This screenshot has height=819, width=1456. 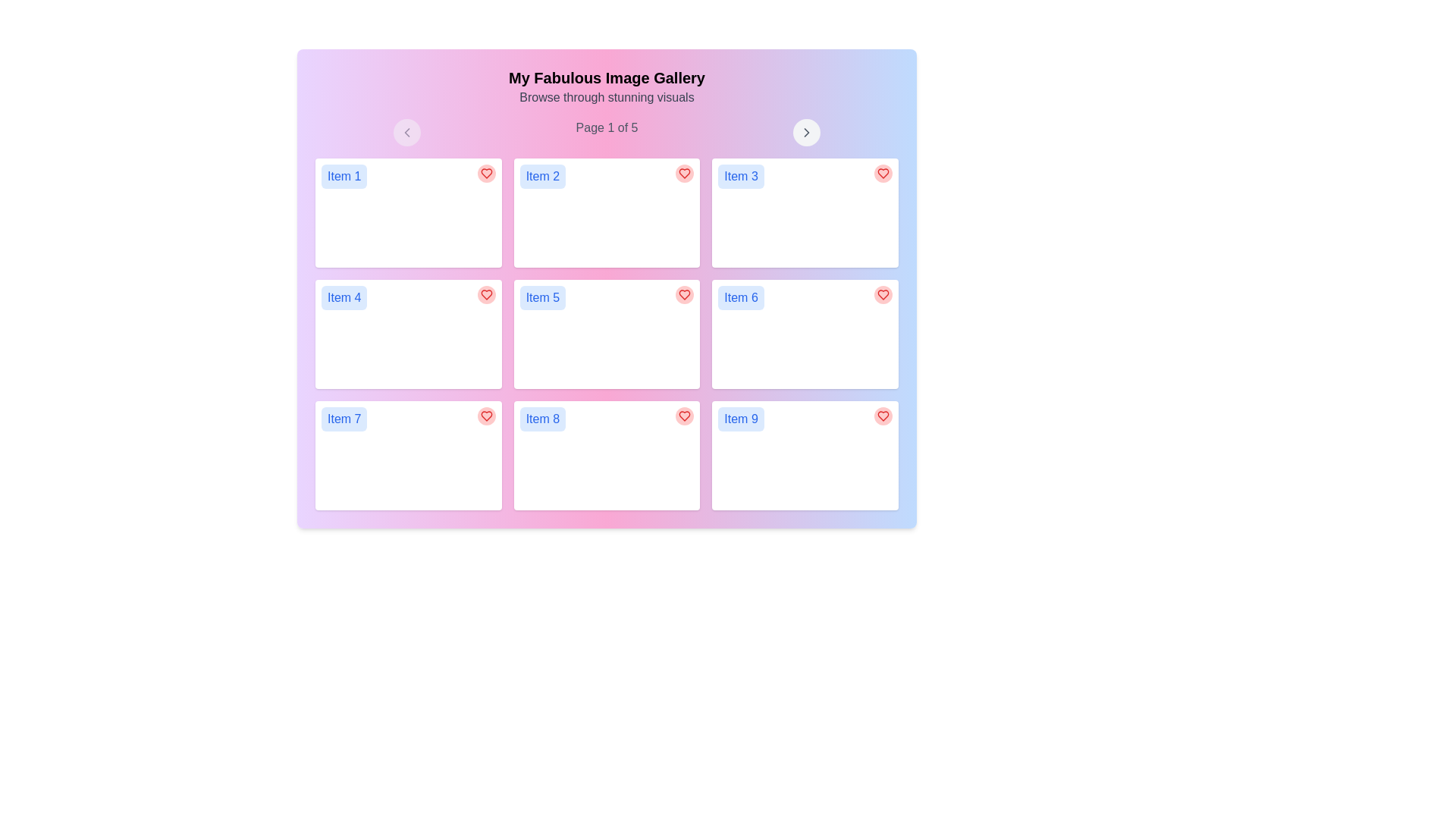 I want to click on the 'like' button located in the top-right corner of the card labeled 'Item 4', so click(x=486, y=295).